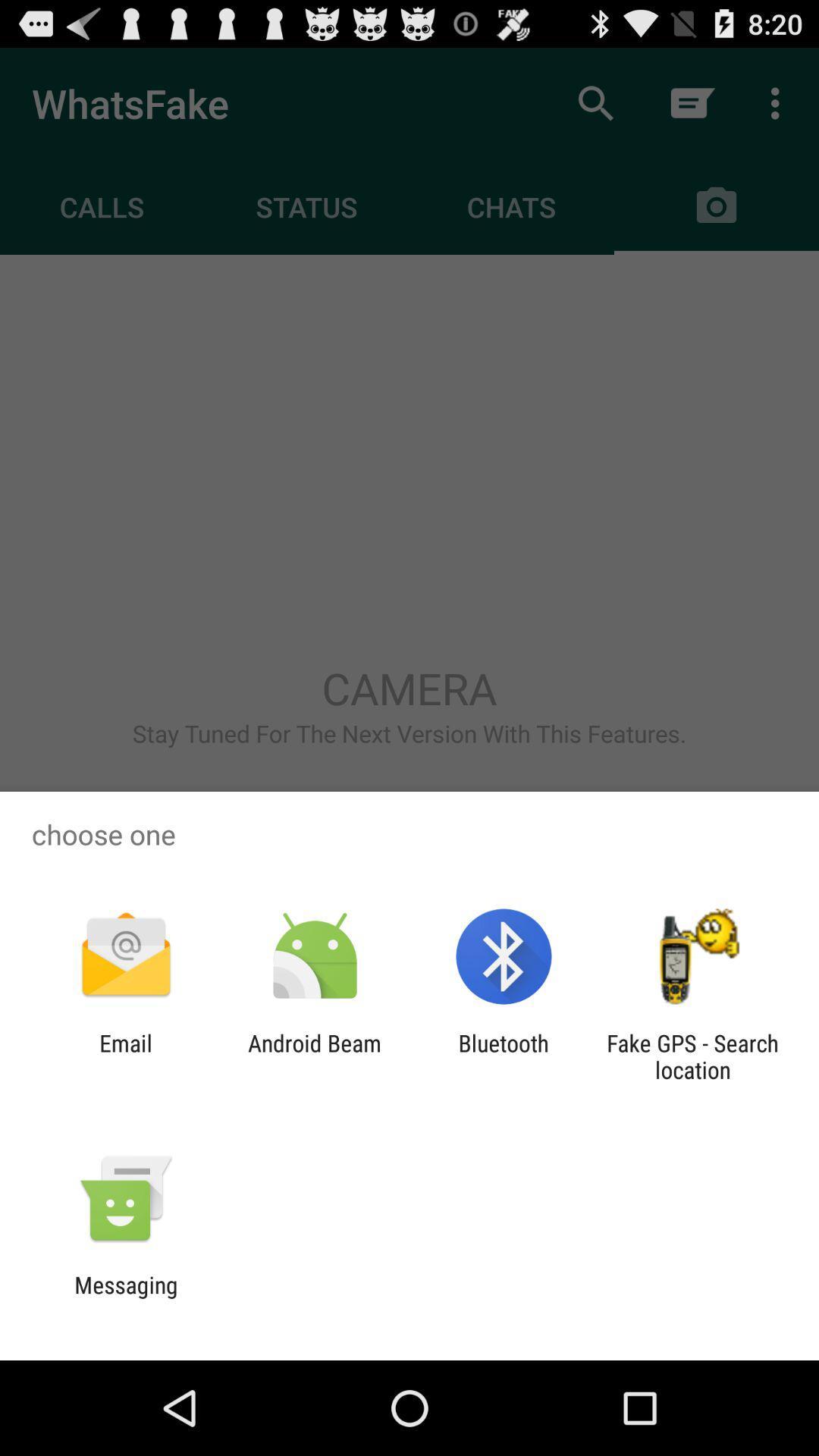  What do you see at coordinates (692, 1056) in the screenshot?
I see `the icon next to bluetooth app` at bounding box center [692, 1056].